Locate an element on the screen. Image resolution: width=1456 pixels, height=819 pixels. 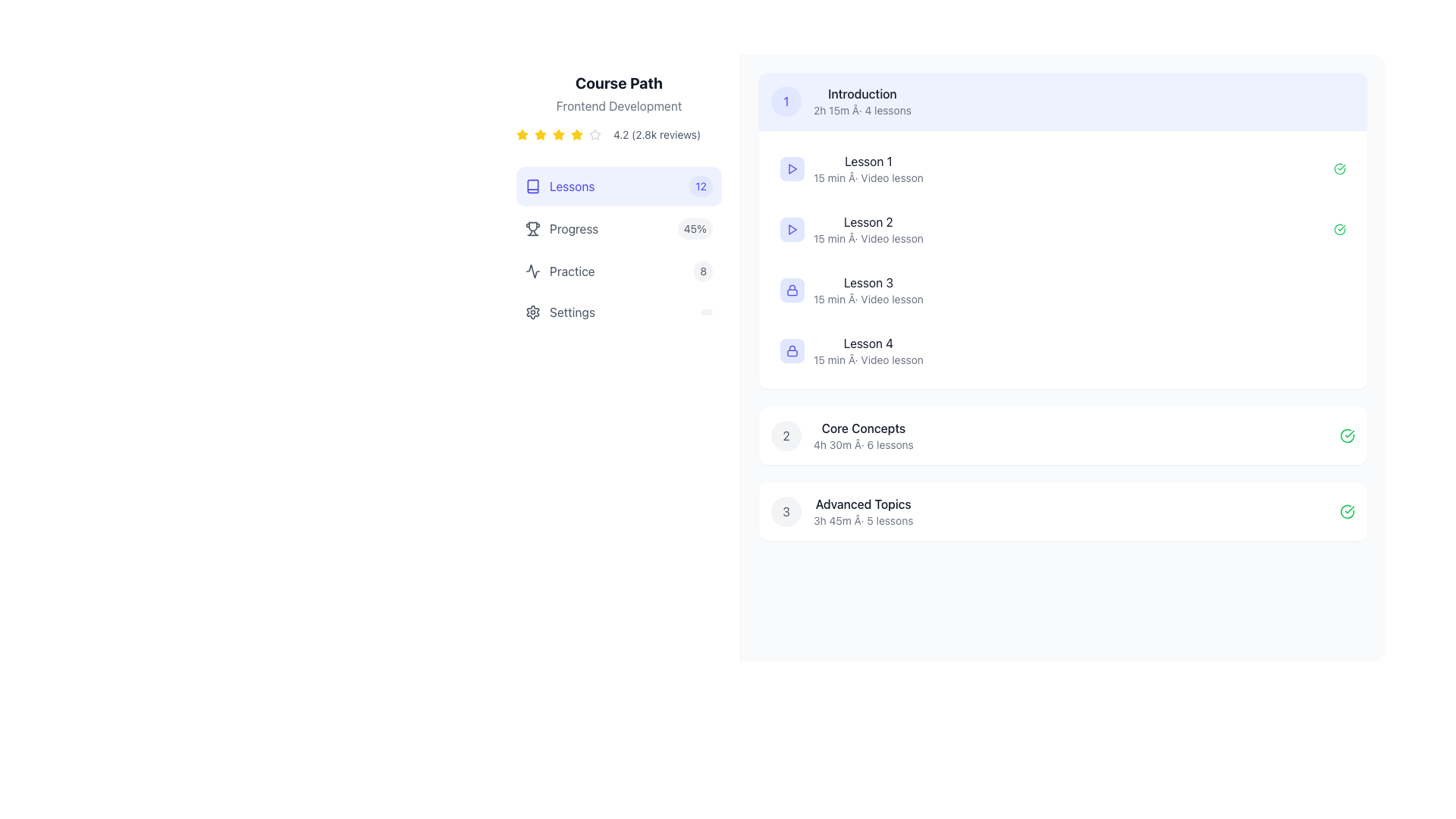
the static text element that summarizes the duration and count of lessons in the 'Advanced Topics' module, located directly below the section title is located at coordinates (863, 519).